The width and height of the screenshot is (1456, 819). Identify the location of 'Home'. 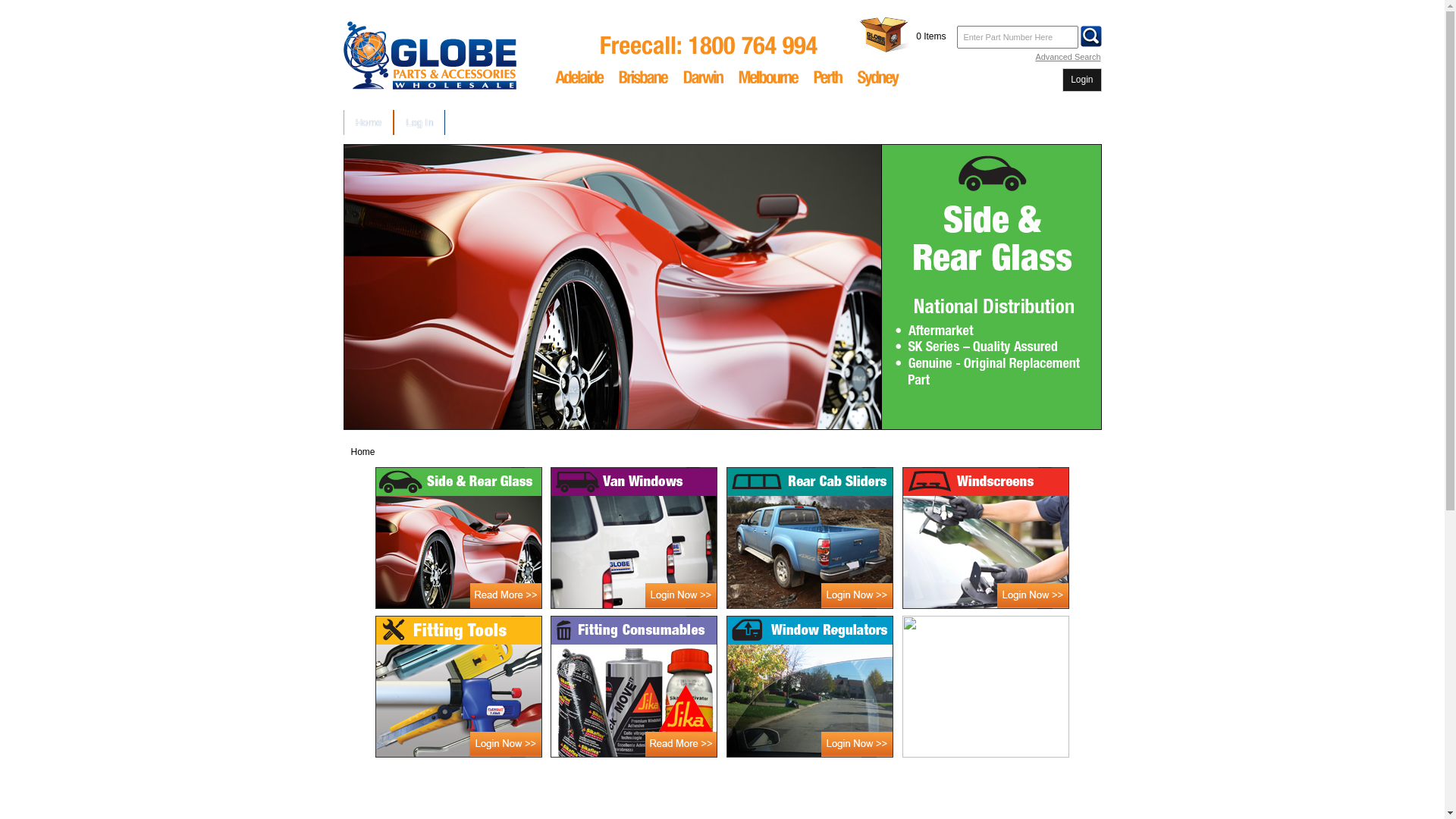
(369, 121).